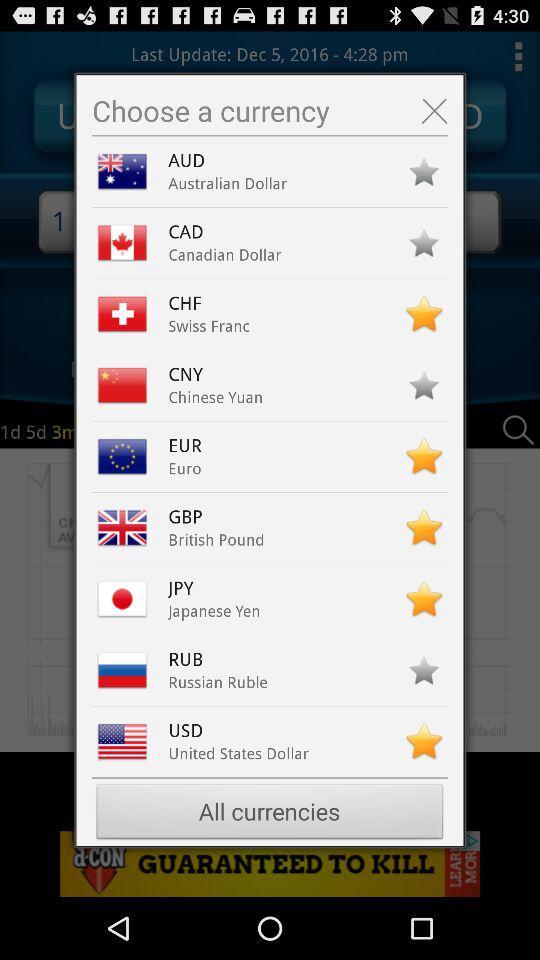  What do you see at coordinates (190, 588) in the screenshot?
I see `jpy icon` at bounding box center [190, 588].